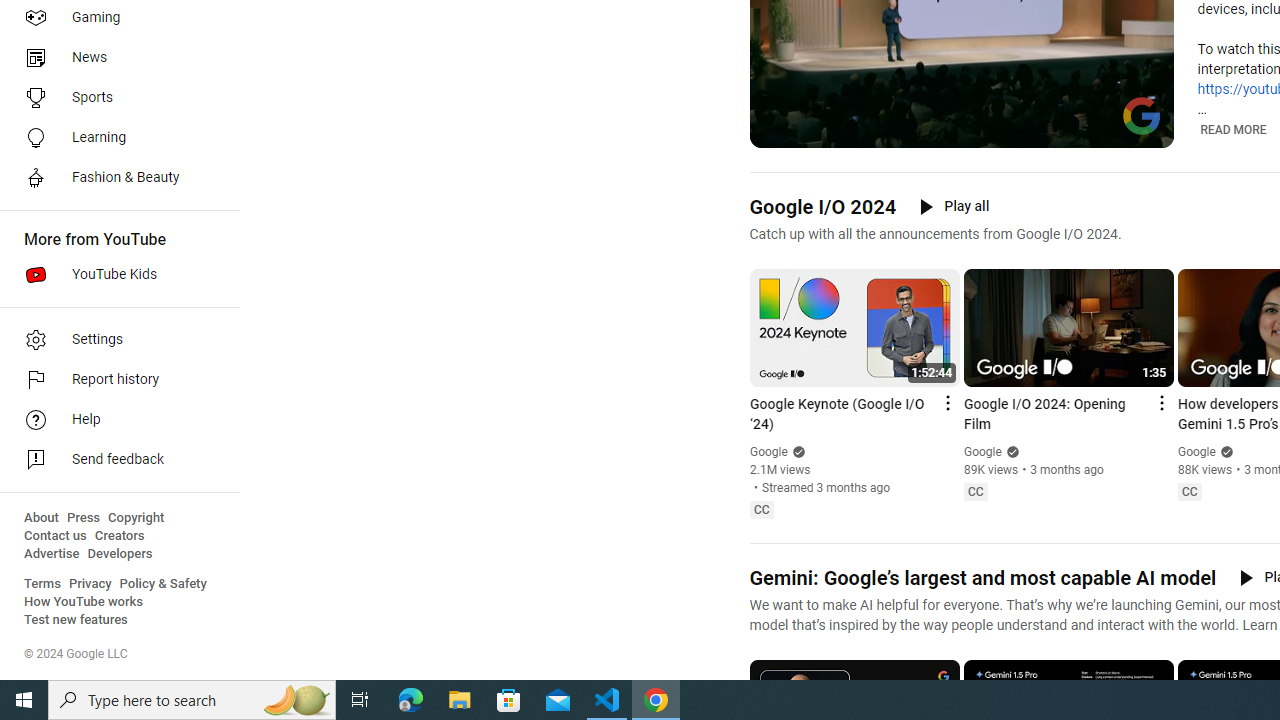  What do you see at coordinates (823, 206) in the screenshot?
I see `'Google I/O 2024'` at bounding box center [823, 206].